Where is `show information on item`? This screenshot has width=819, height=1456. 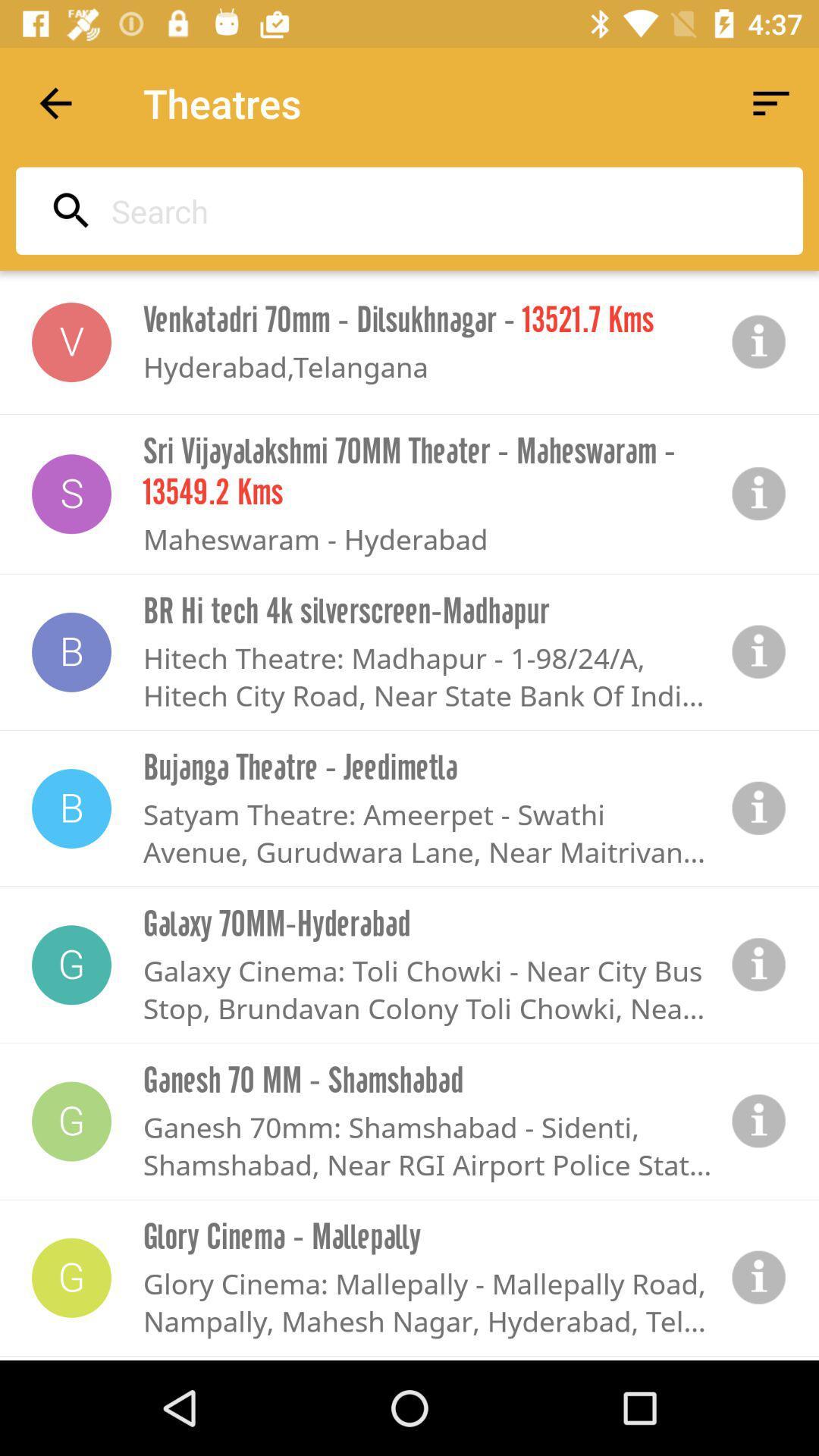
show information on item is located at coordinates (759, 808).